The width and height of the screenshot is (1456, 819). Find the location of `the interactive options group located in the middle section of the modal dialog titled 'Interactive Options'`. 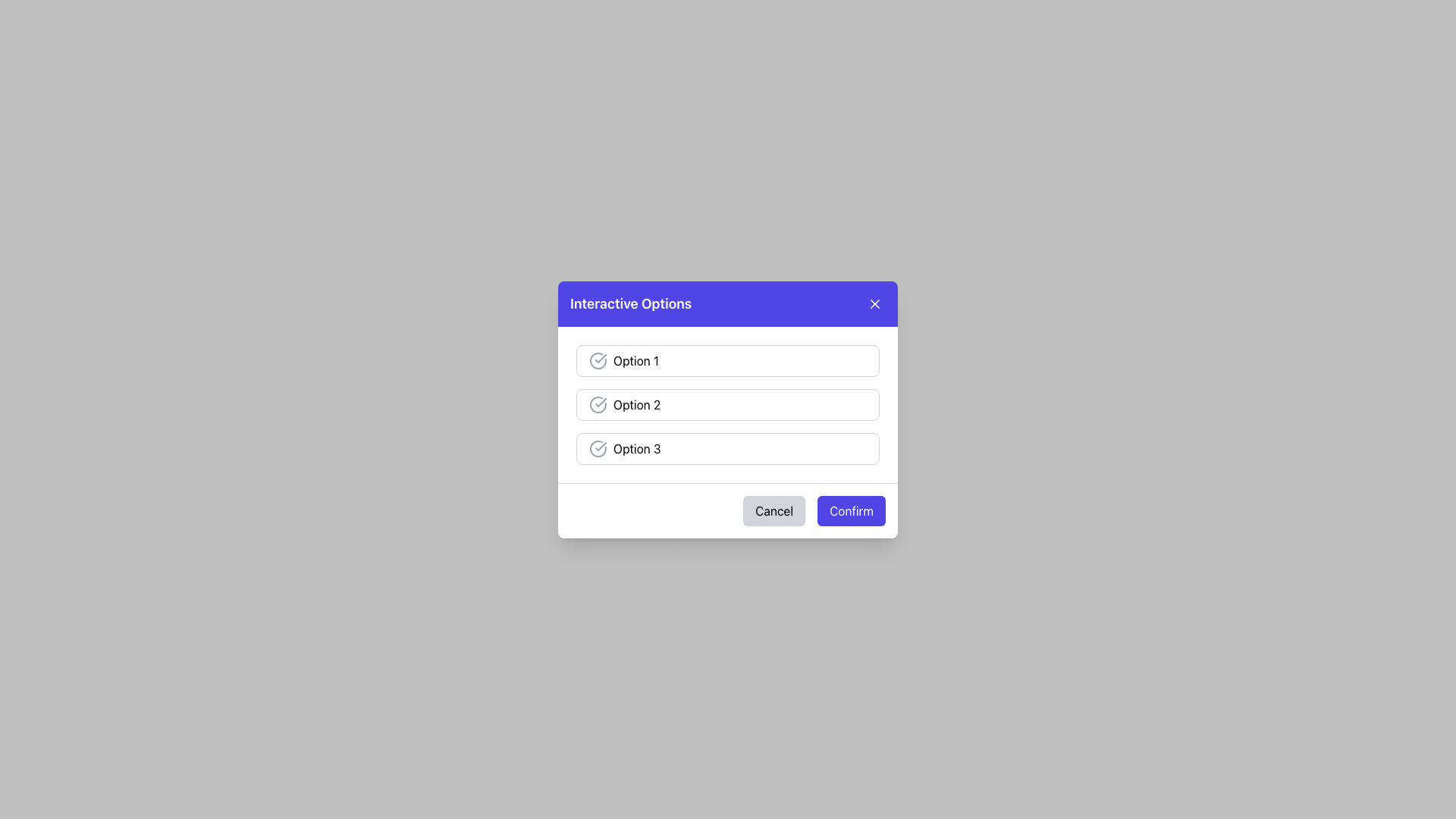

the interactive options group located in the middle section of the modal dialog titled 'Interactive Options' is located at coordinates (728, 403).